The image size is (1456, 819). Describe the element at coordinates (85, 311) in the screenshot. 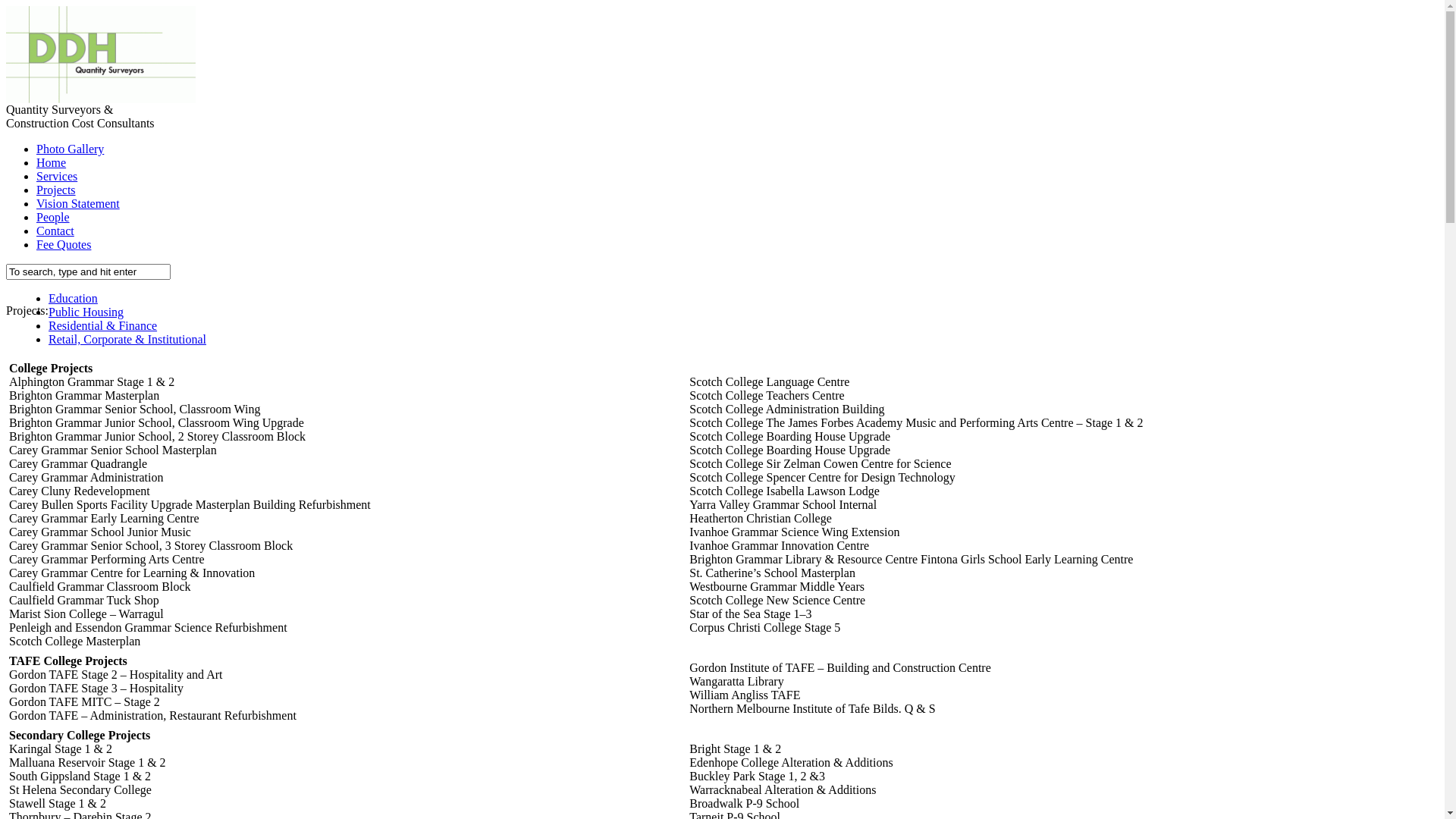

I see `'Public Housing'` at that location.